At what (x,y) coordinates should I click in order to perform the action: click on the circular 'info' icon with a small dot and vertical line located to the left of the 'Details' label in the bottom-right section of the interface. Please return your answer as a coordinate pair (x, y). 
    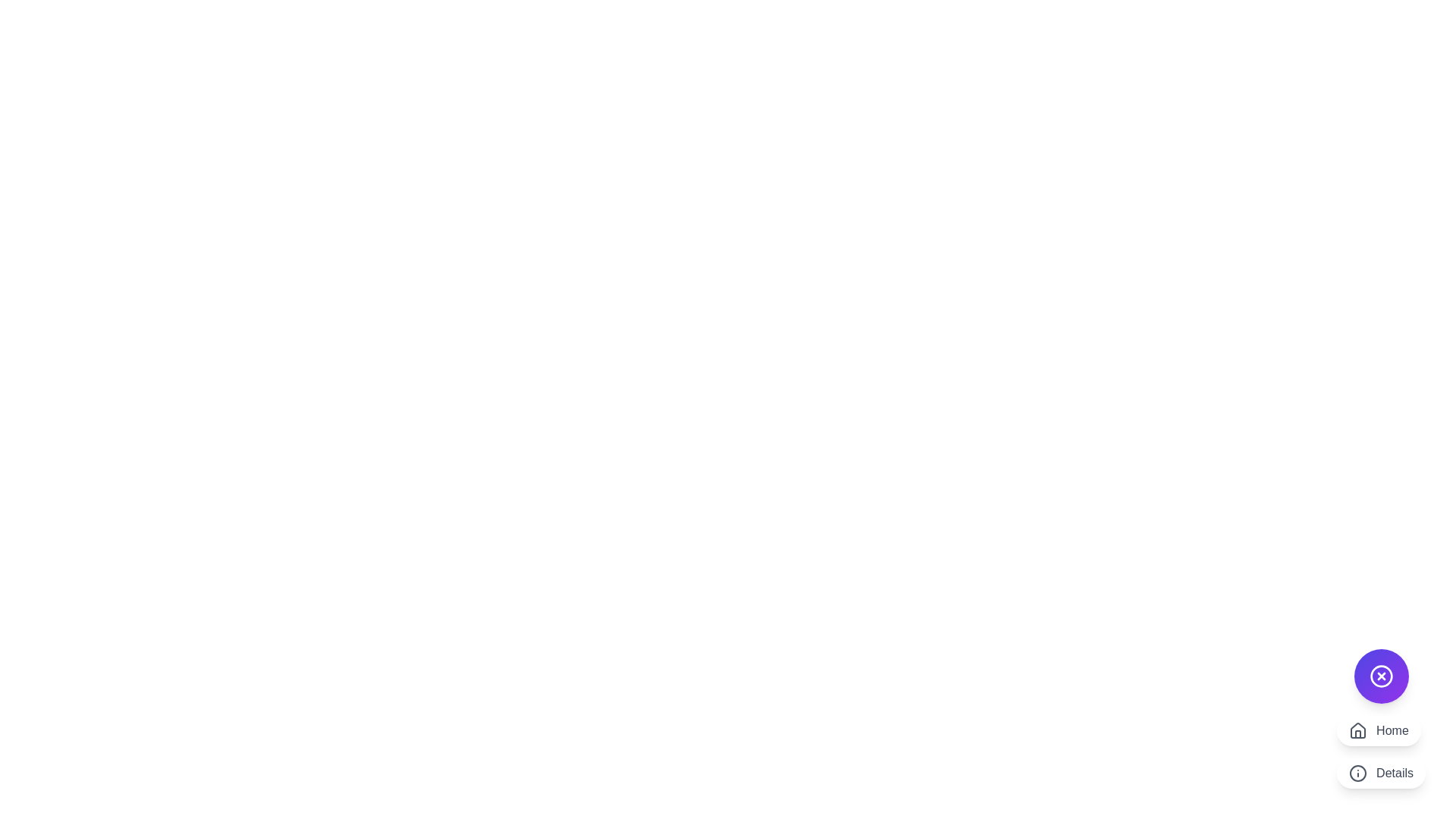
    Looking at the image, I should click on (1358, 773).